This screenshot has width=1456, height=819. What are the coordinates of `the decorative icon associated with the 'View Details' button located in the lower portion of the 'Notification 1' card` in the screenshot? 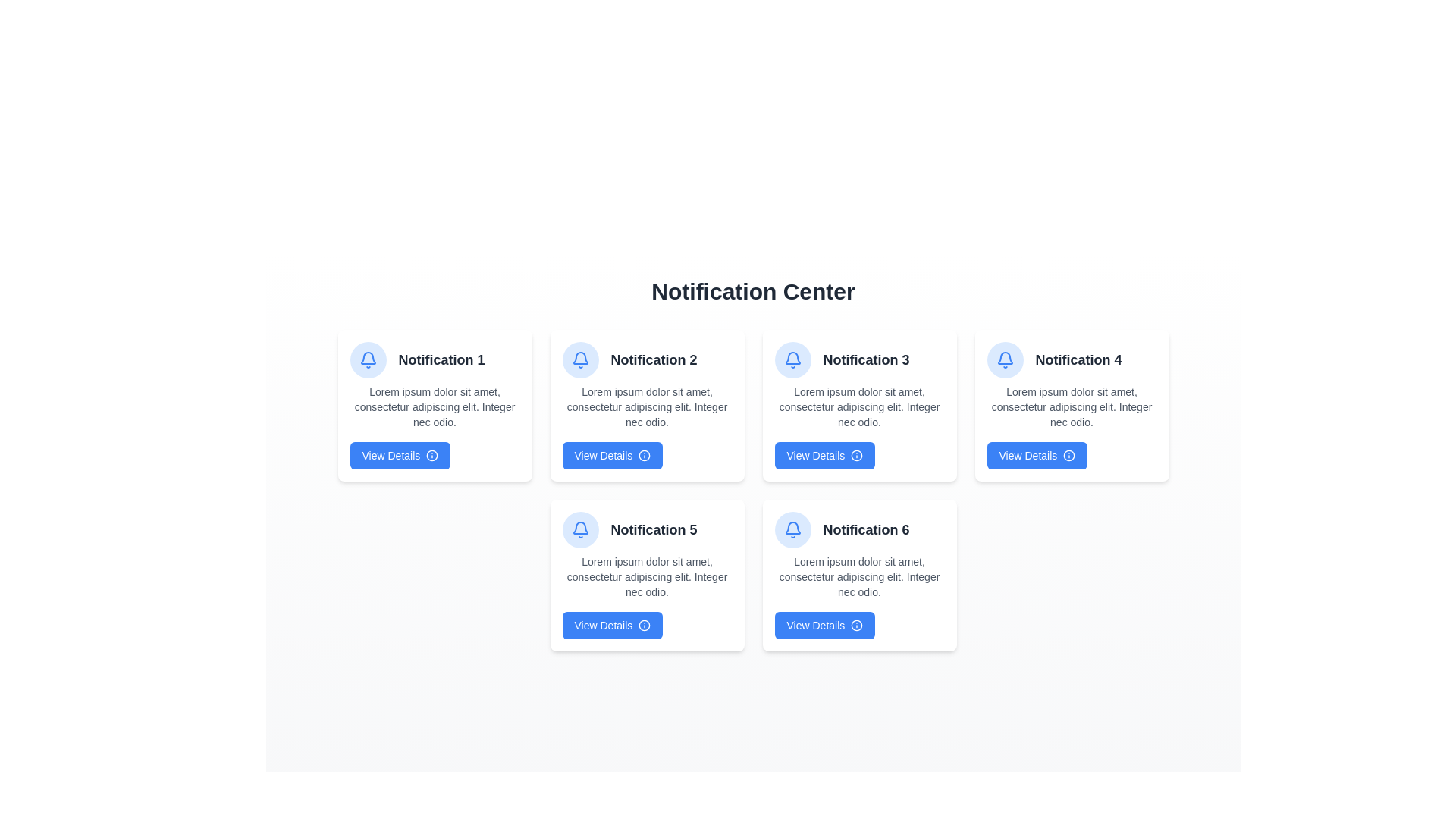 It's located at (431, 455).